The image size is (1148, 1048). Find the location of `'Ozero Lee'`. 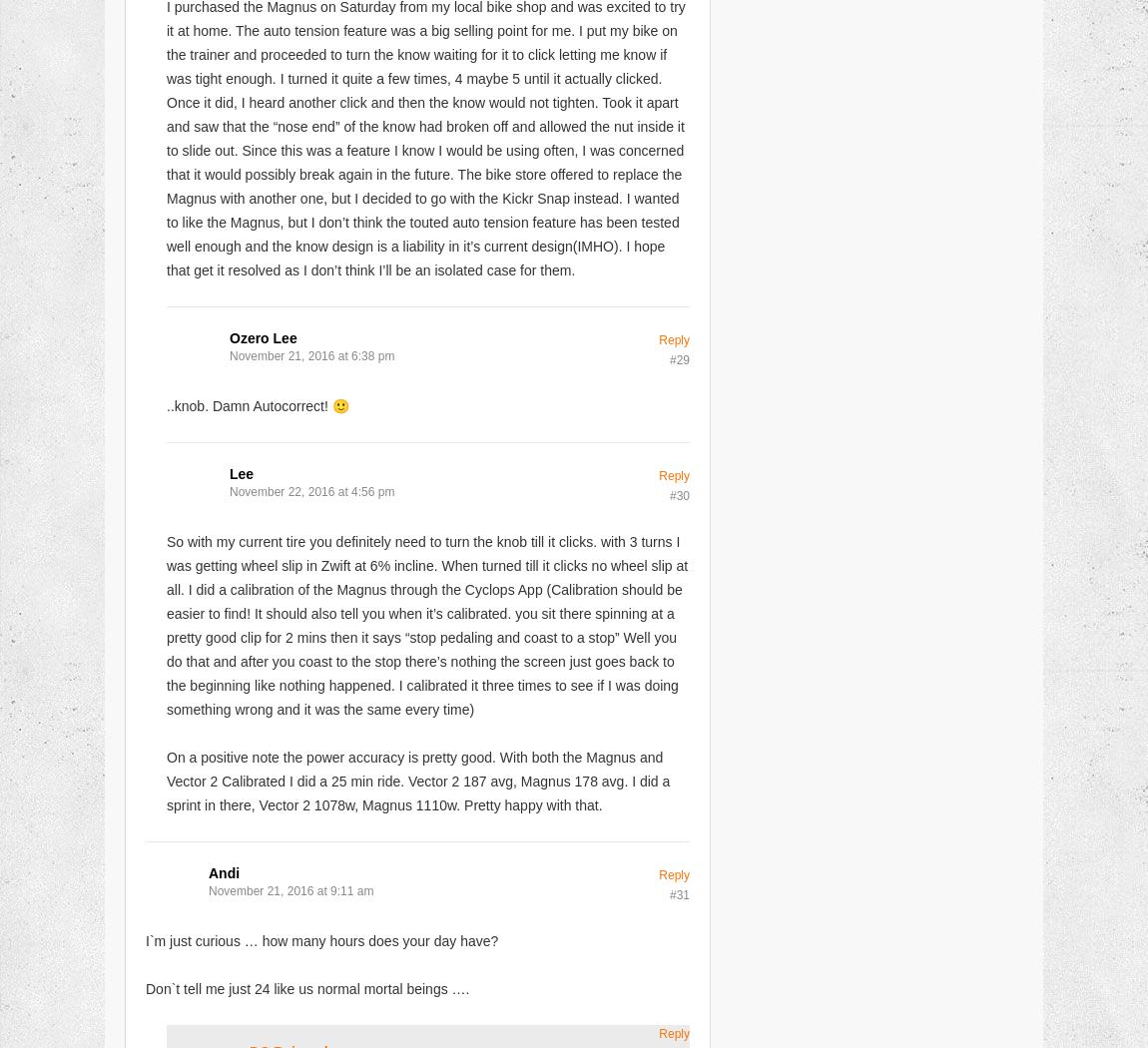

'Ozero Lee' is located at coordinates (262, 336).